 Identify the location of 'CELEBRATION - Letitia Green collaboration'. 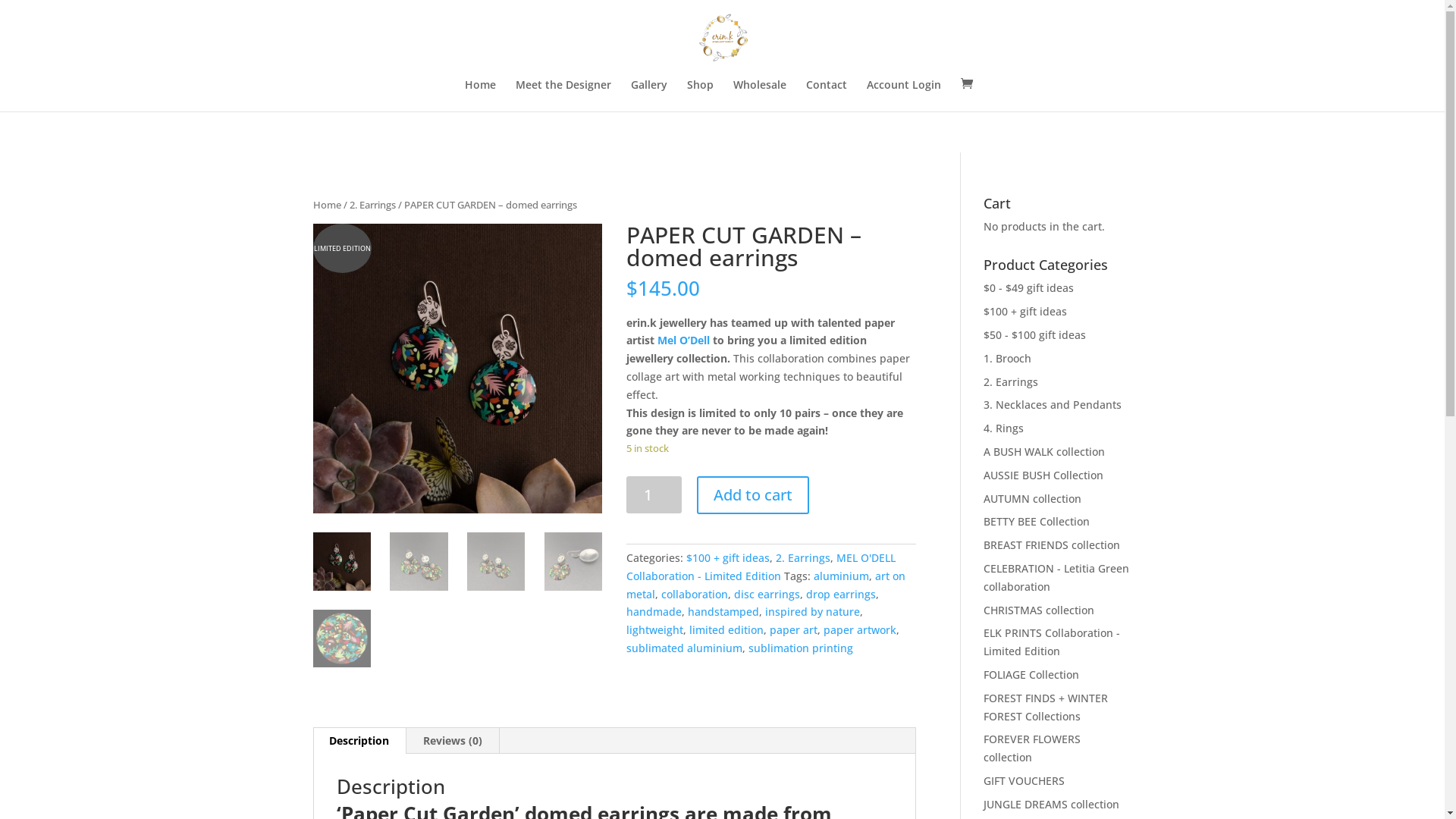
(1055, 577).